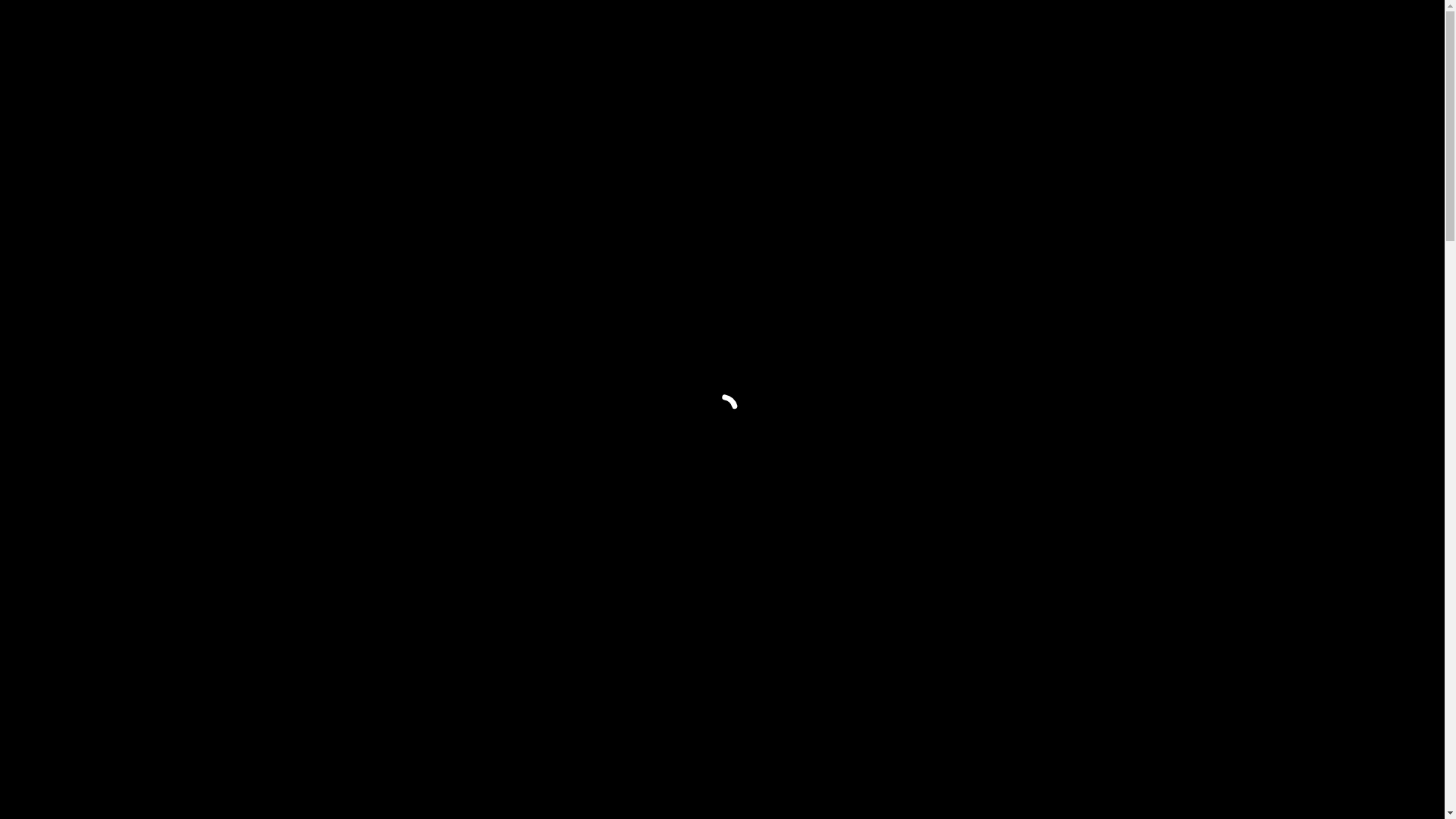 The image size is (1456, 819). What do you see at coordinates (843, 35) in the screenshot?
I see `'Home'` at bounding box center [843, 35].